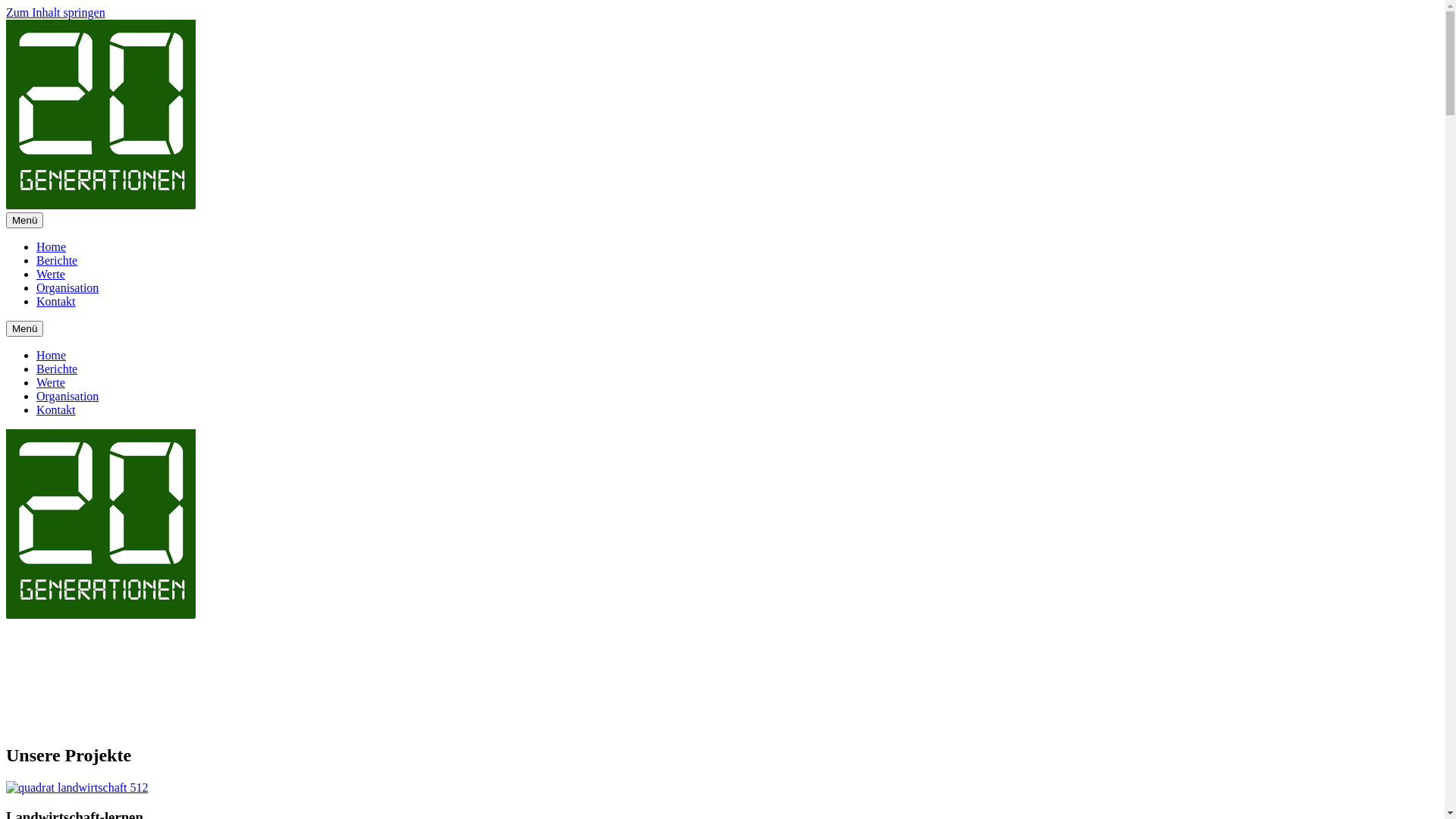 The height and width of the screenshot is (819, 1456). What do you see at coordinates (51, 381) in the screenshot?
I see `'Werte'` at bounding box center [51, 381].